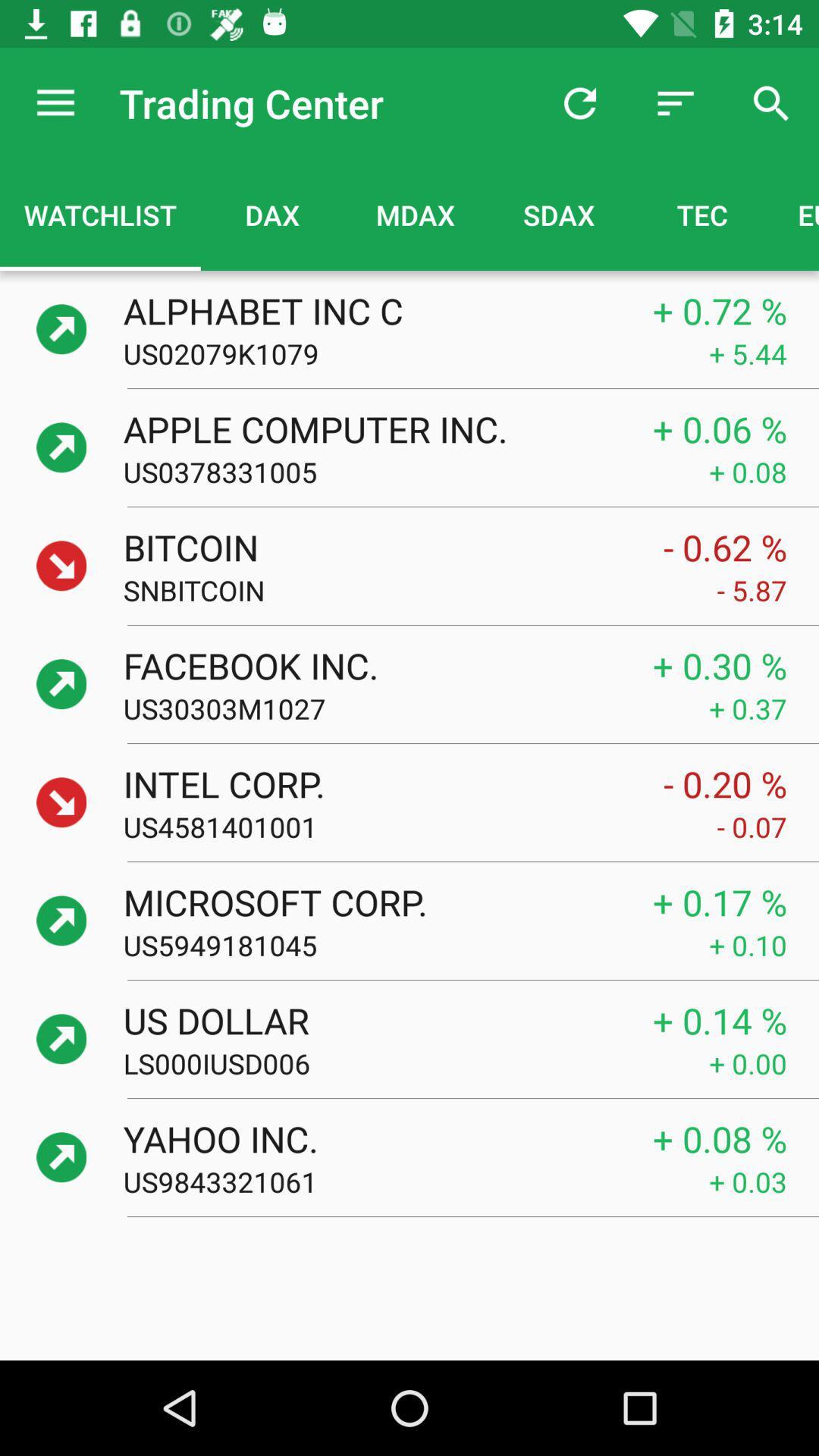 The width and height of the screenshot is (819, 1456). Describe the element at coordinates (579, 102) in the screenshot. I see `item above the sdax` at that location.